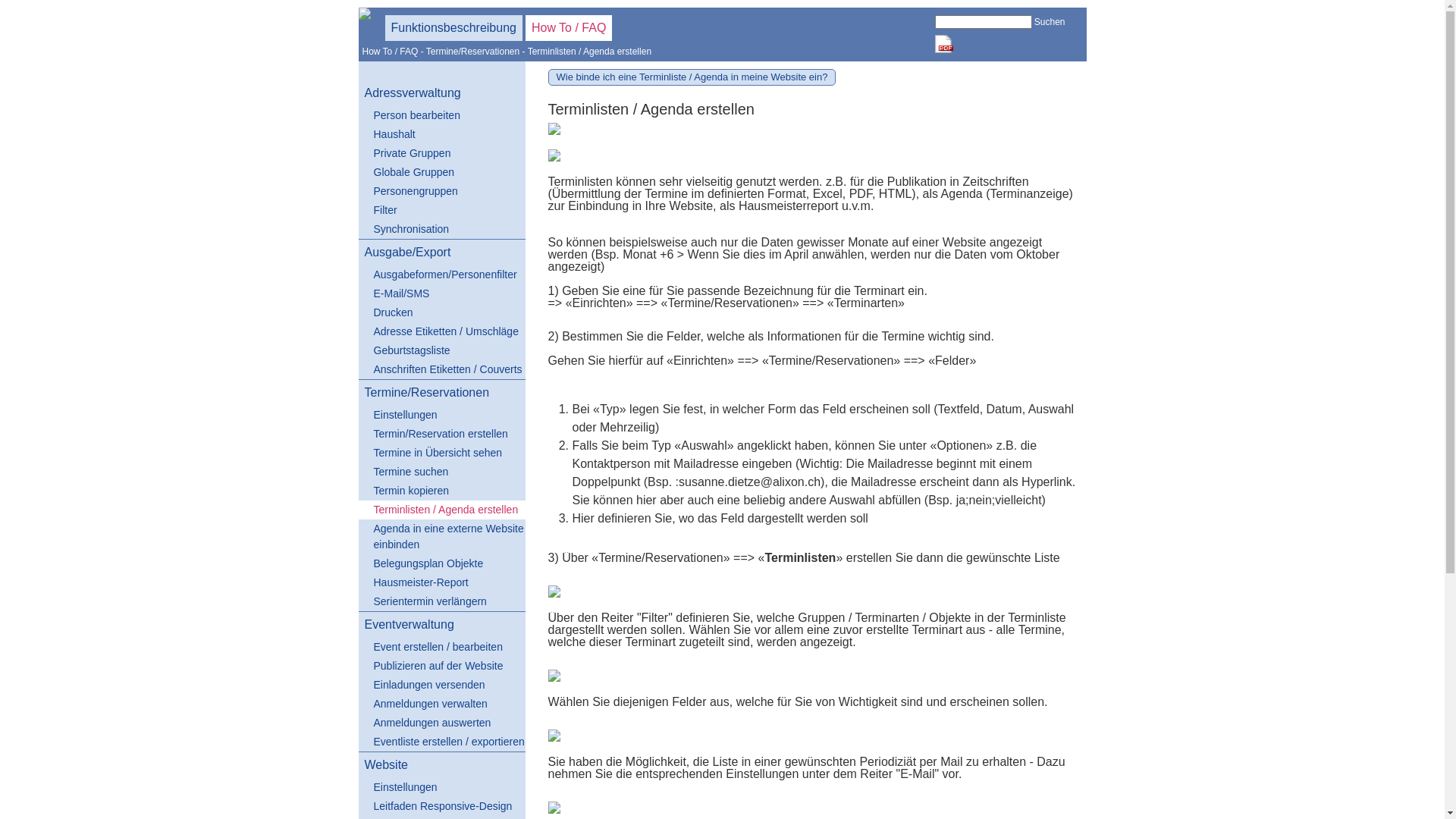 The width and height of the screenshot is (1456, 819). I want to click on 'Person bearbeiten', so click(440, 115).